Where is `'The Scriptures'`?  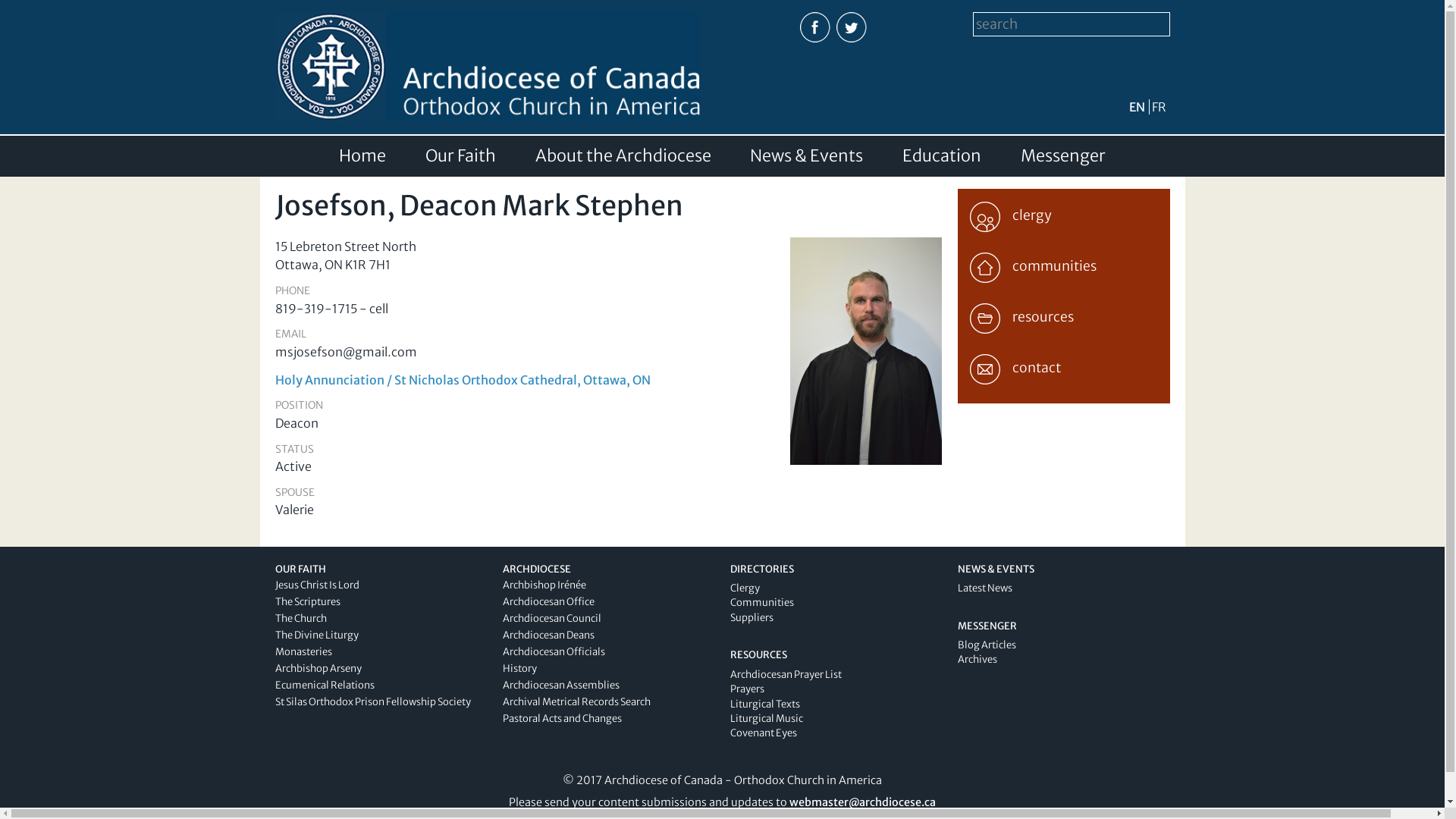
'The Scriptures' is located at coordinates (306, 601).